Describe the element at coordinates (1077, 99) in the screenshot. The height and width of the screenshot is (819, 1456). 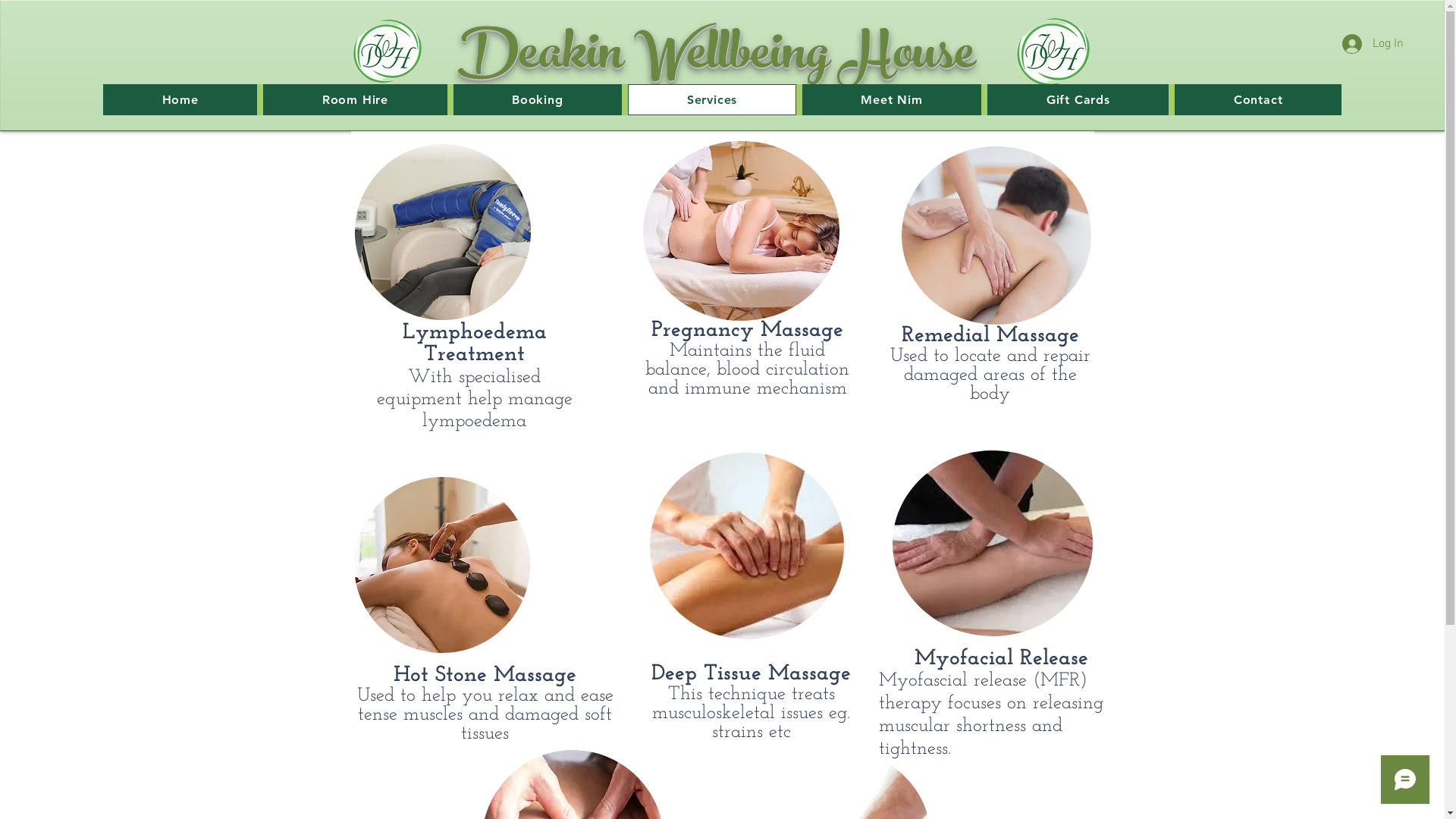
I see `'Gift Cards'` at that location.